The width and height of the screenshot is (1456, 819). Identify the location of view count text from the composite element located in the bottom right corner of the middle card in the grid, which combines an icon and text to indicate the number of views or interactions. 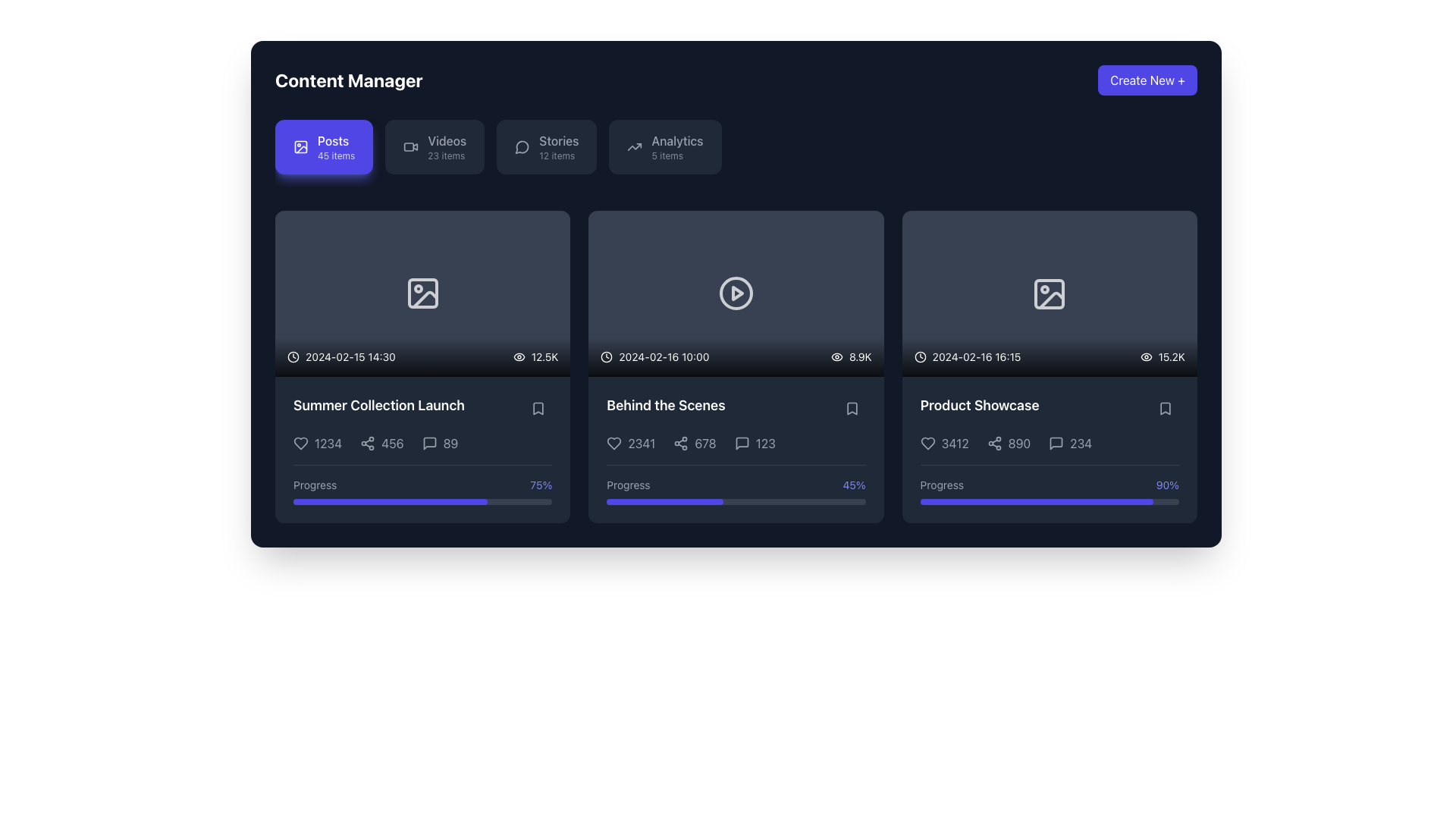
(851, 356).